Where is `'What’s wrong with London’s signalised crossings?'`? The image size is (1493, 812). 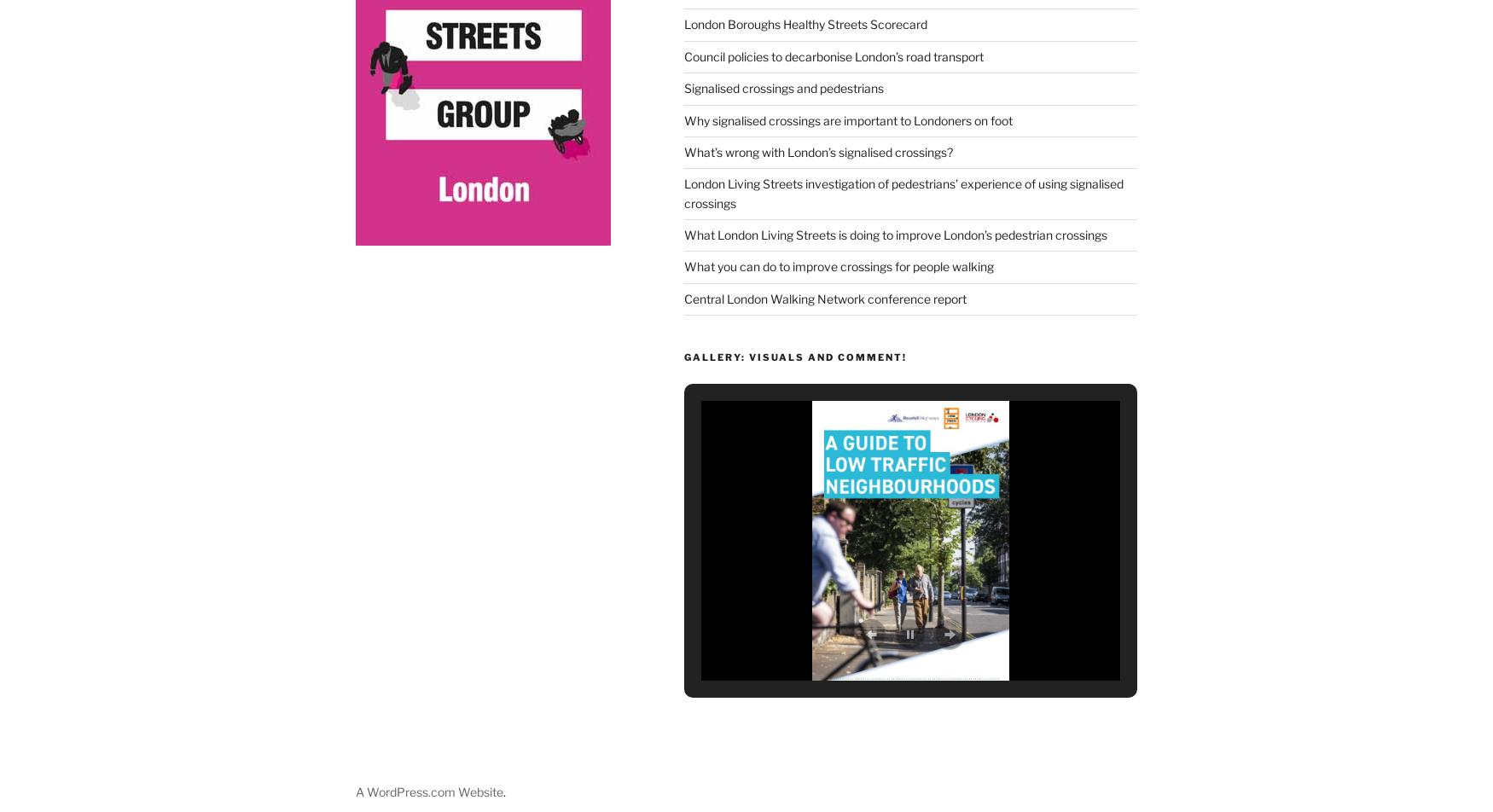 'What’s wrong with London’s signalised crossings?' is located at coordinates (817, 147).